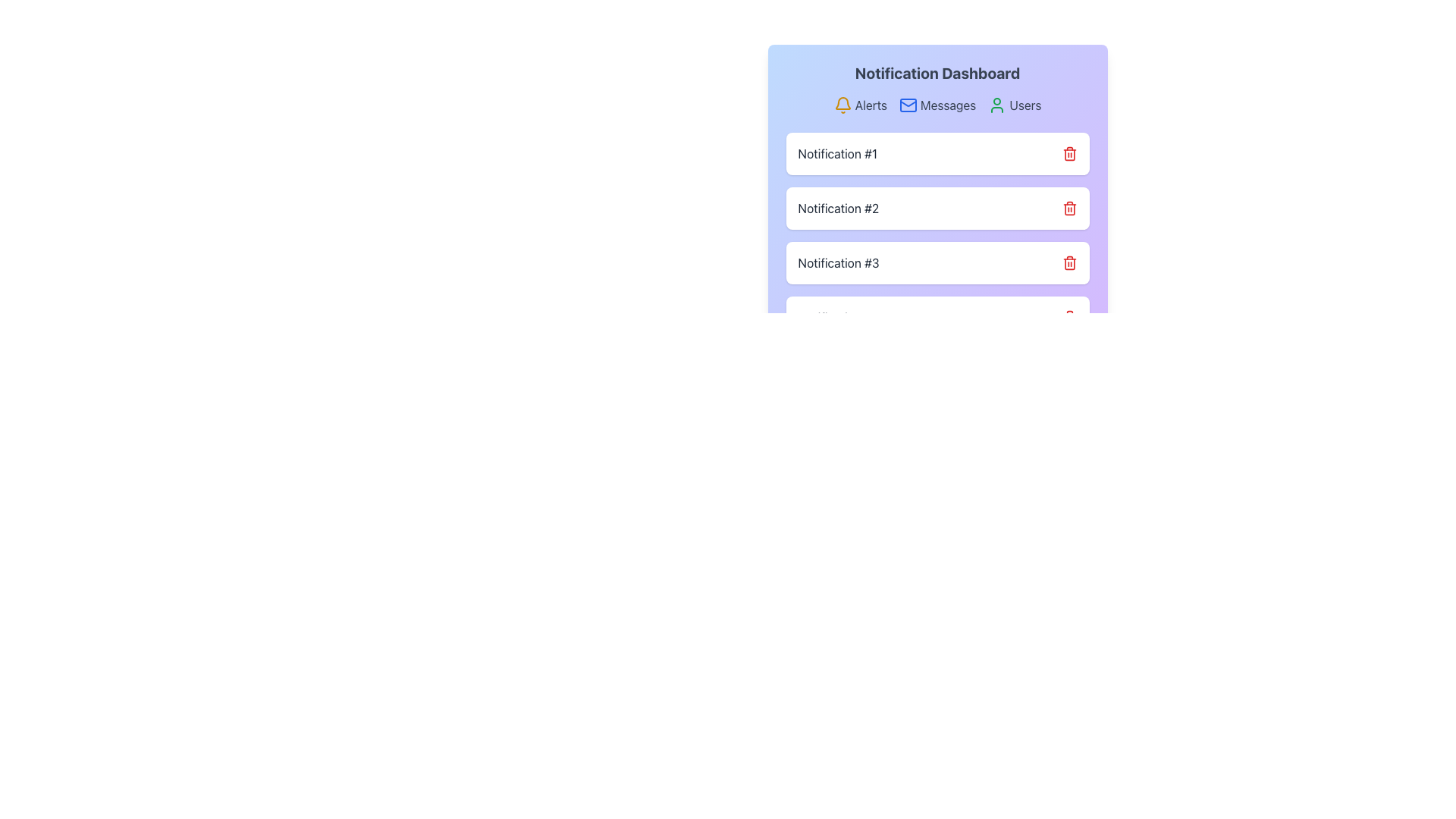 Image resolution: width=1456 pixels, height=819 pixels. I want to click on the red trash icon button located to the right of 'Notification #1' to observe any visual feedback, so click(1068, 154).